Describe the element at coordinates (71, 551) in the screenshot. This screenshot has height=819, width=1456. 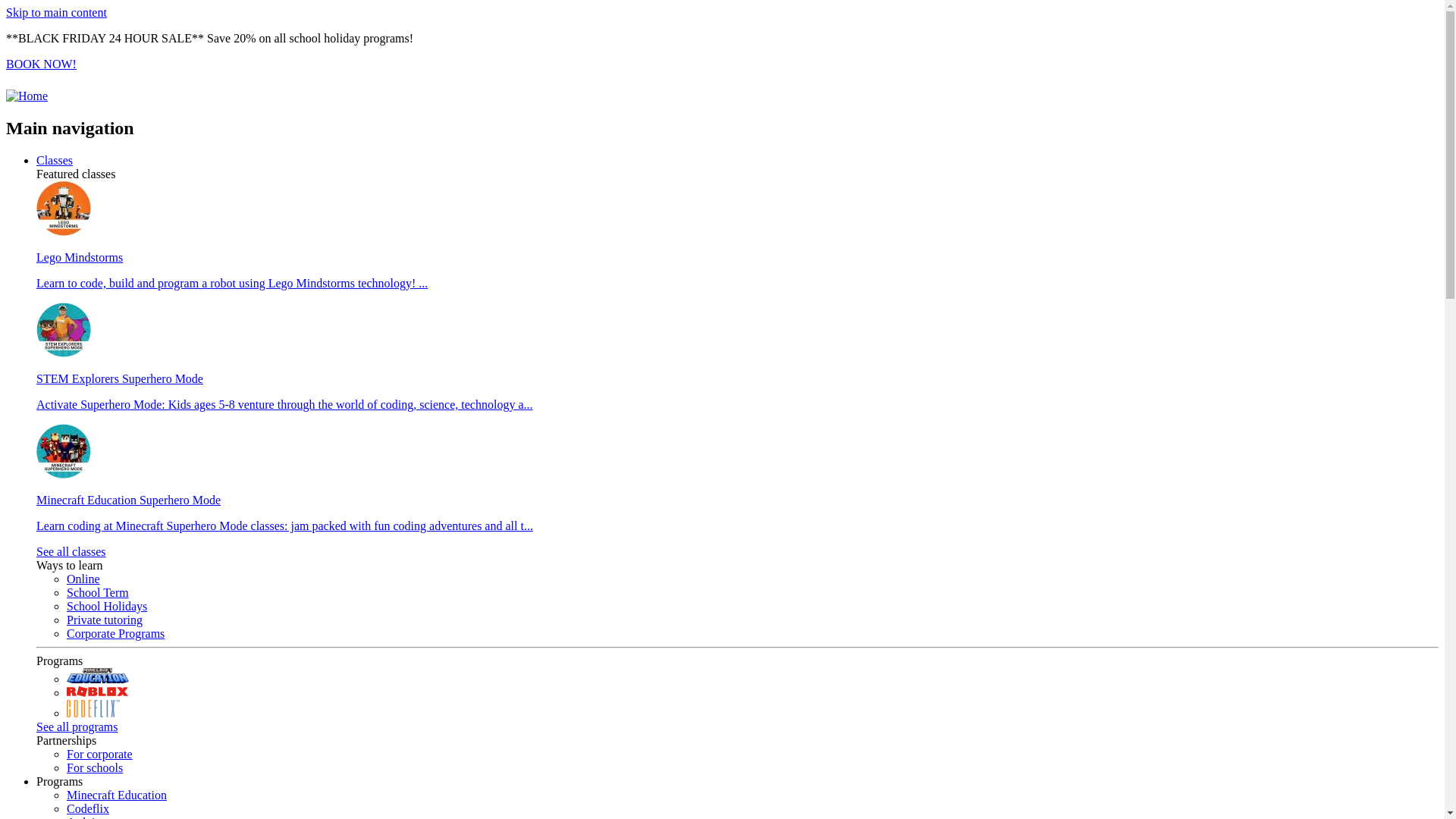
I see `'See all classes'` at that location.